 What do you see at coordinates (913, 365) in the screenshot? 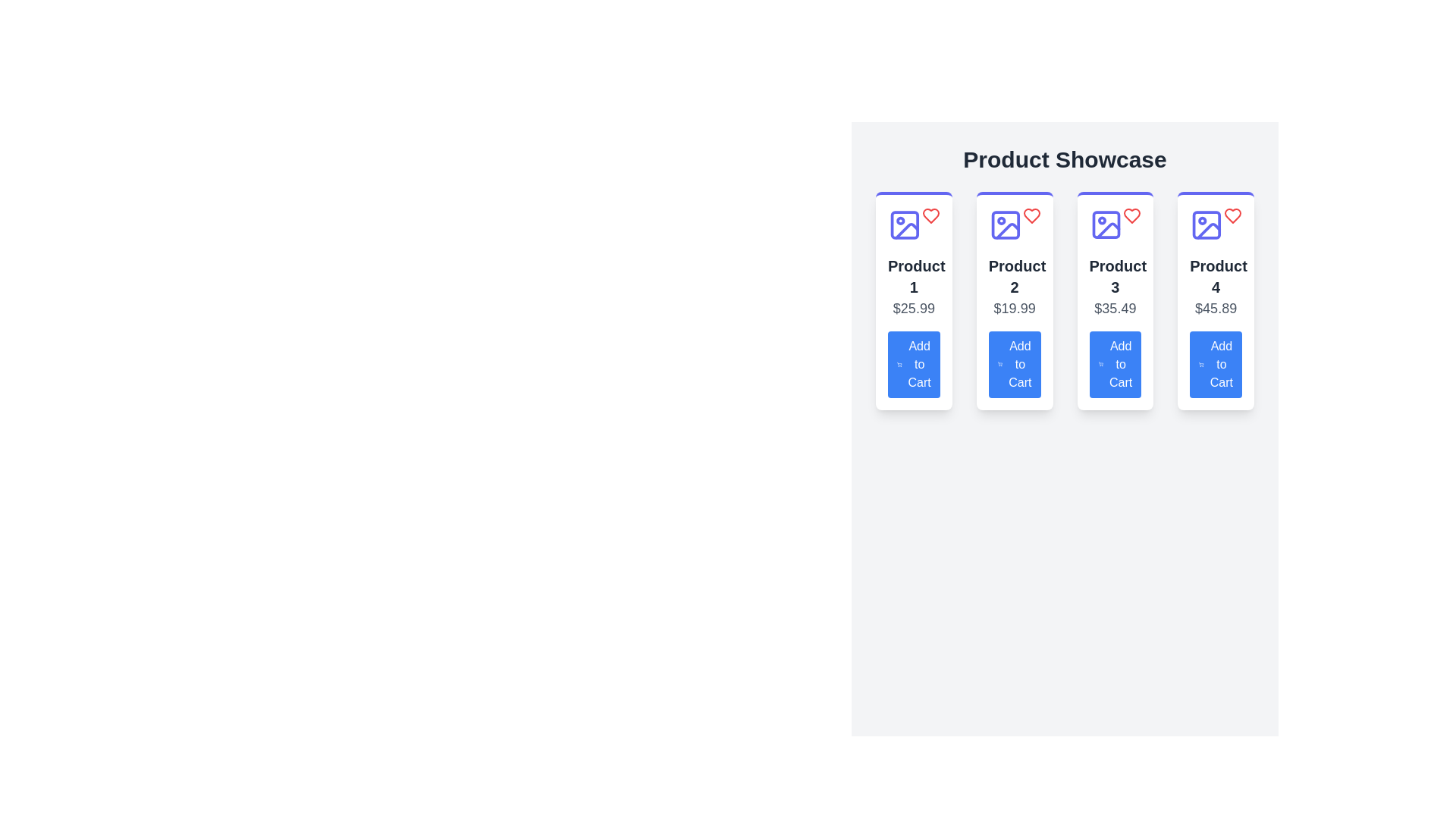
I see `the 'Add to Cart' button with a shopping cart icon located at the bottom of the 'Product 1' card` at bounding box center [913, 365].